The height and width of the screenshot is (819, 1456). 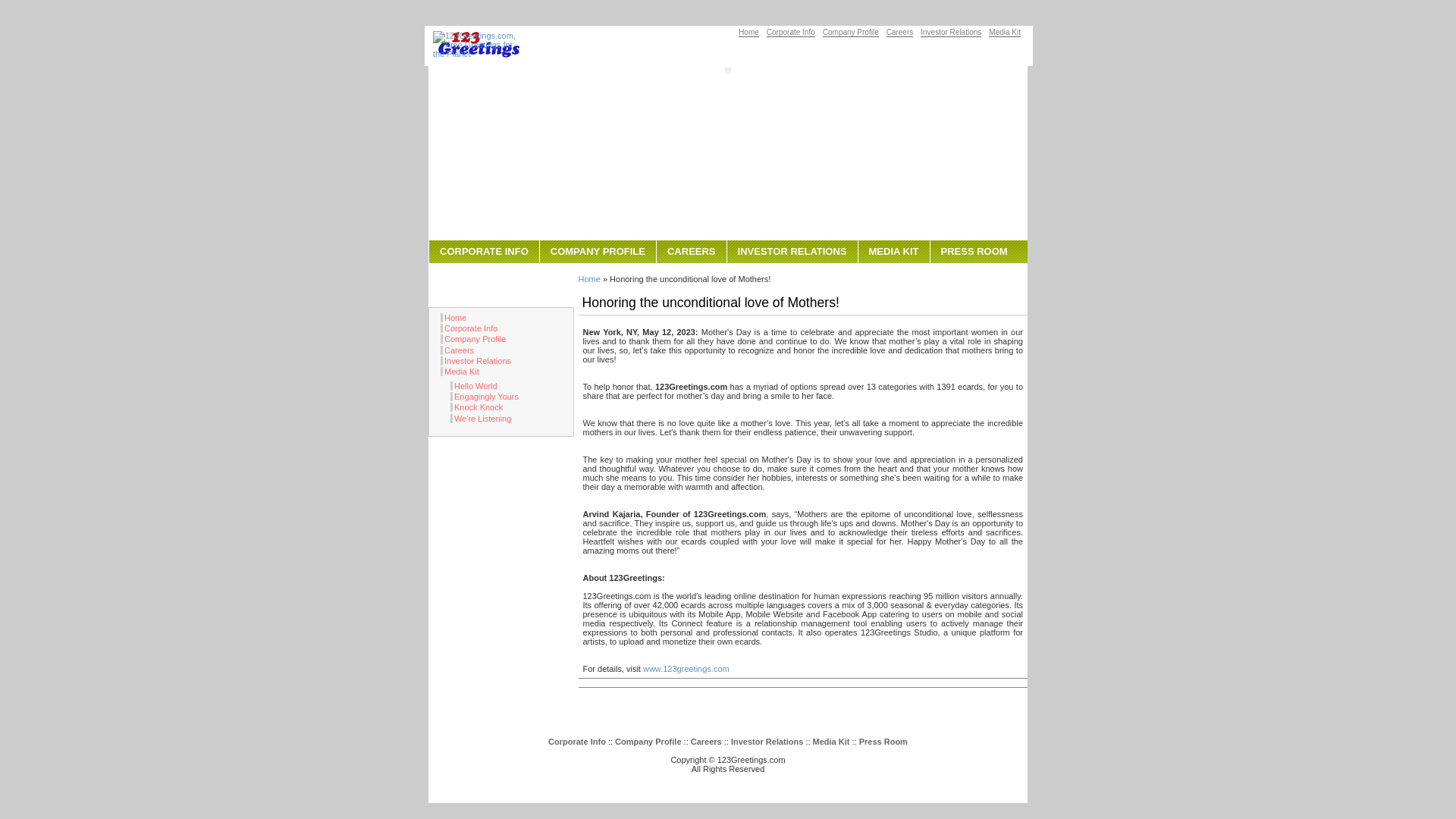 I want to click on 'www.123greetings.com', so click(x=686, y=668).